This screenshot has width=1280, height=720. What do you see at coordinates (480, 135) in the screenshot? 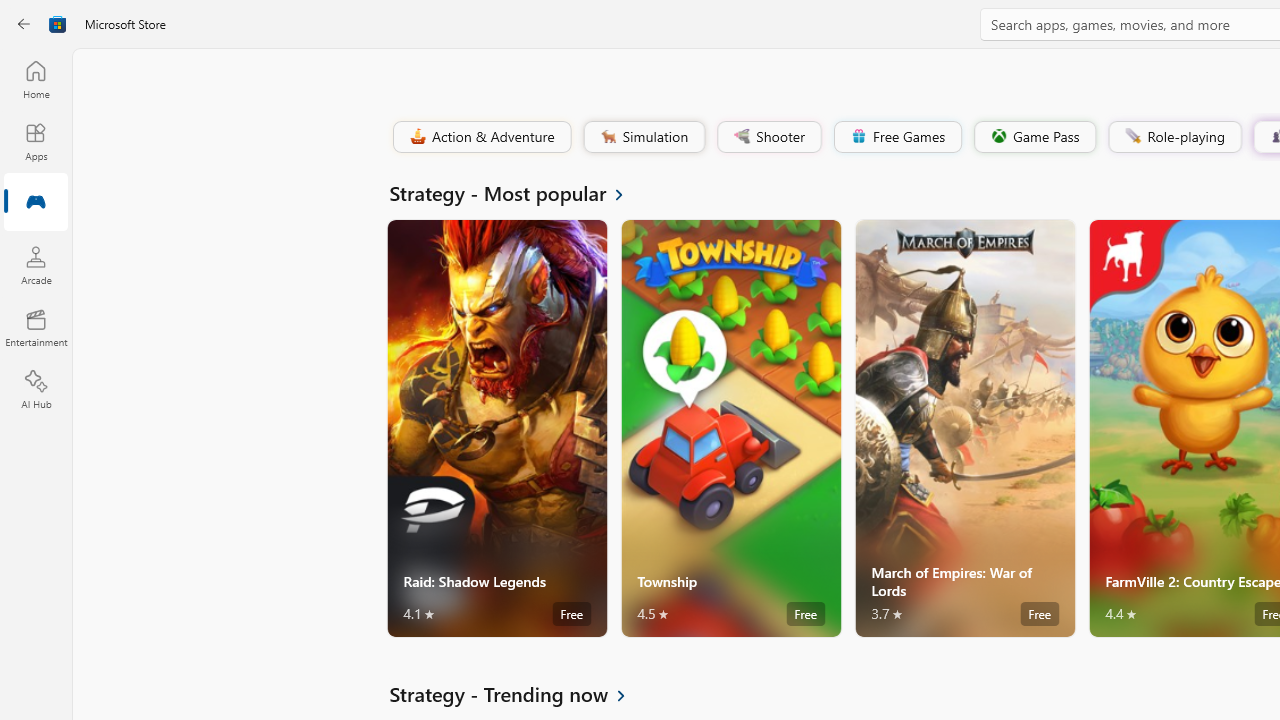
I see `'Action & Adventure'` at bounding box center [480, 135].